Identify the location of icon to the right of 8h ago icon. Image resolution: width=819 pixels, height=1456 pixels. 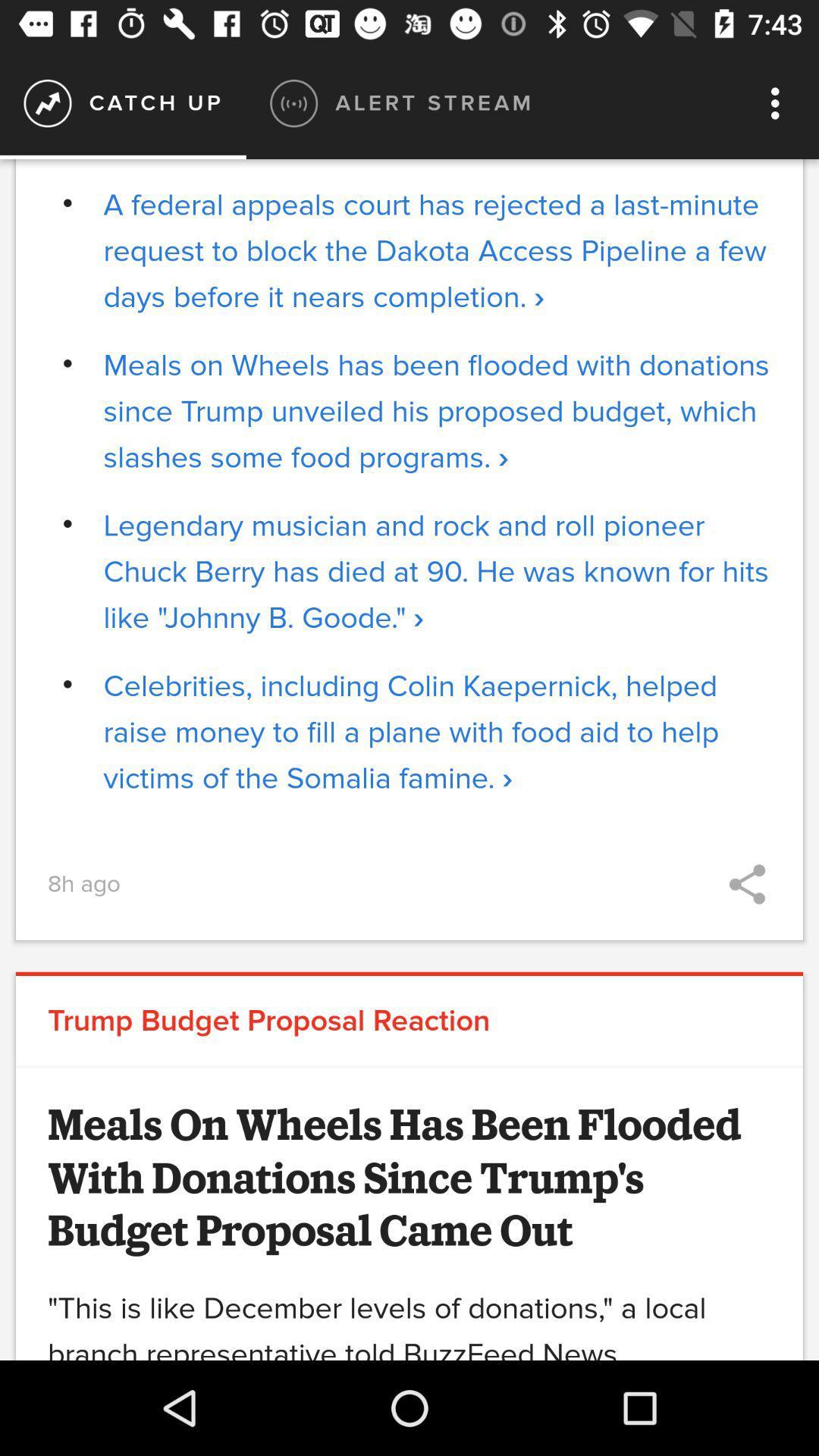
(746, 884).